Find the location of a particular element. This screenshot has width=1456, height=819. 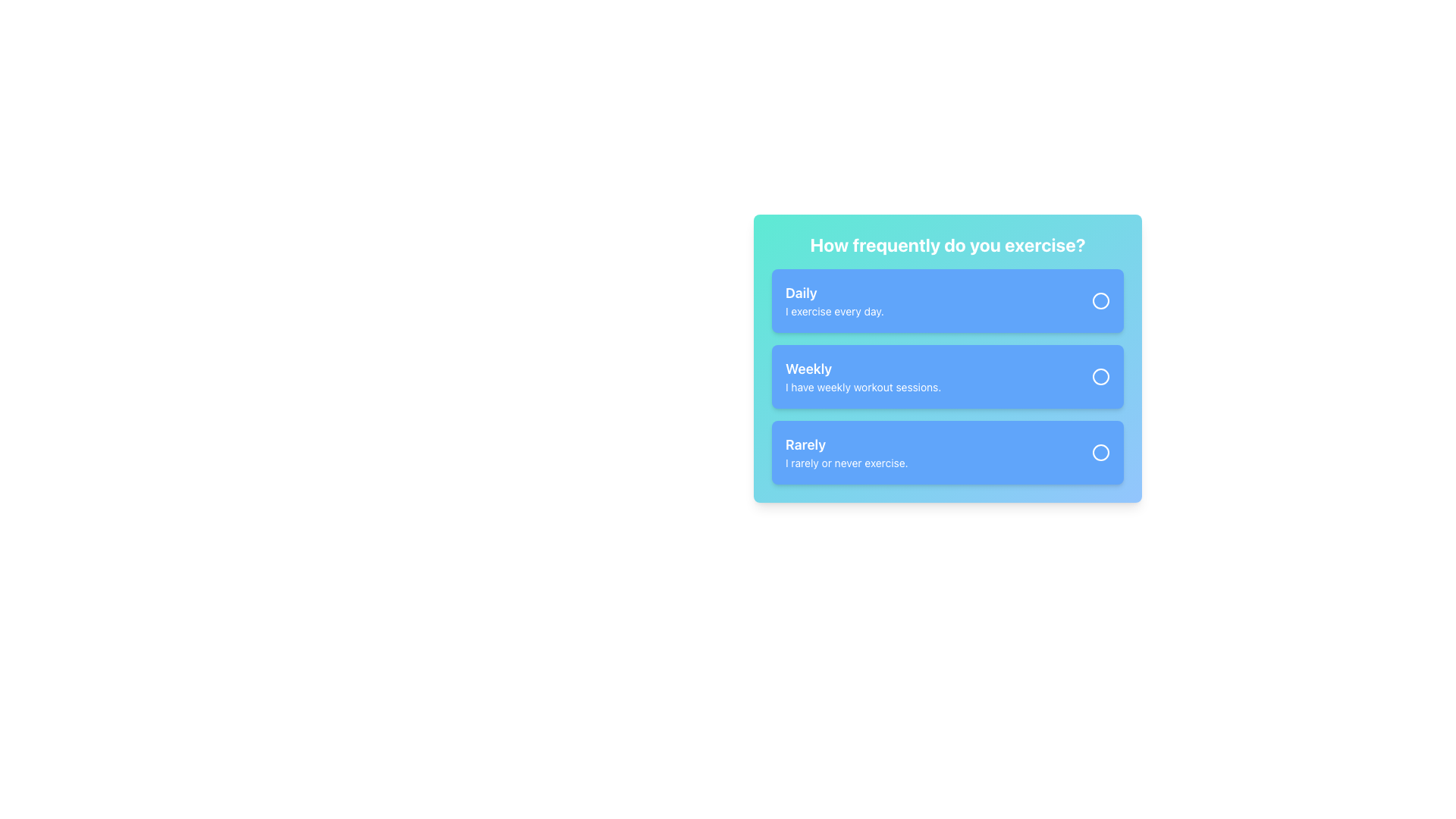

the unselected radio button, which is a small circular icon on a blue background located to the right of the 'Weekly' option in a vertical list of three options is located at coordinates (1100, 376).